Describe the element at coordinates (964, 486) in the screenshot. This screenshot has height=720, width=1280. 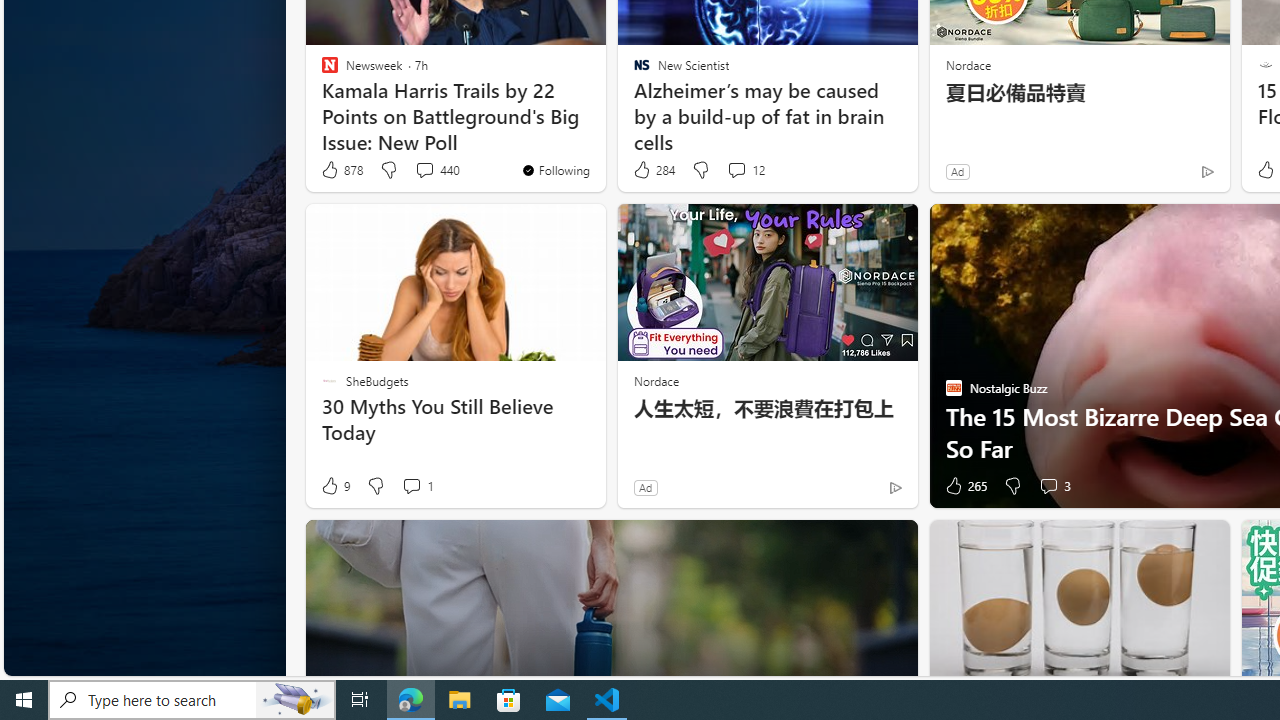
I see `'265 Like'` at that location.